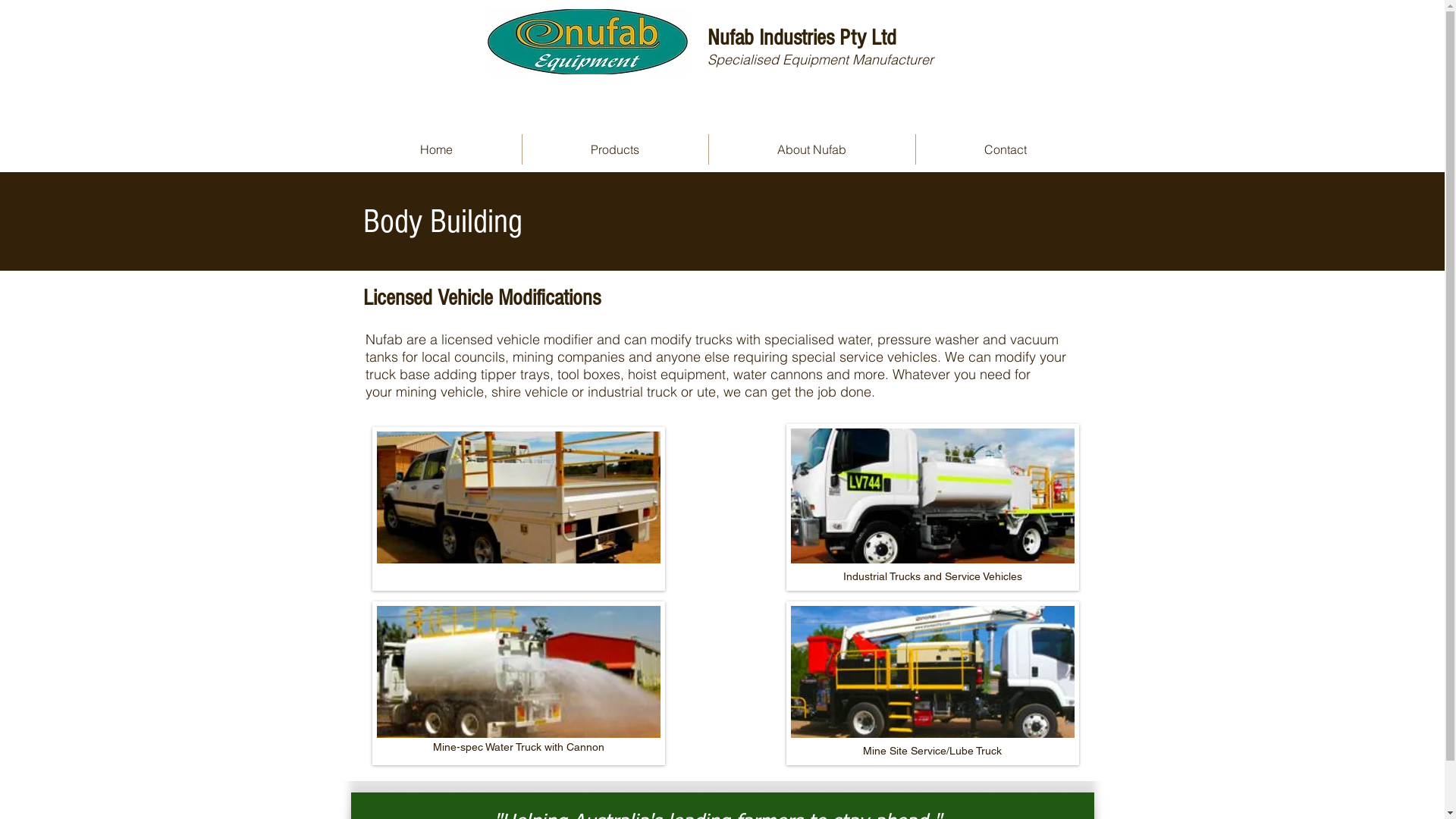 This screenshot has height=819, width=1456. What do you see at coordinates (705, 37) in the screenshot?
I see `'Nufab Industries Pty Ltd'` at bounding box center [705, 37].